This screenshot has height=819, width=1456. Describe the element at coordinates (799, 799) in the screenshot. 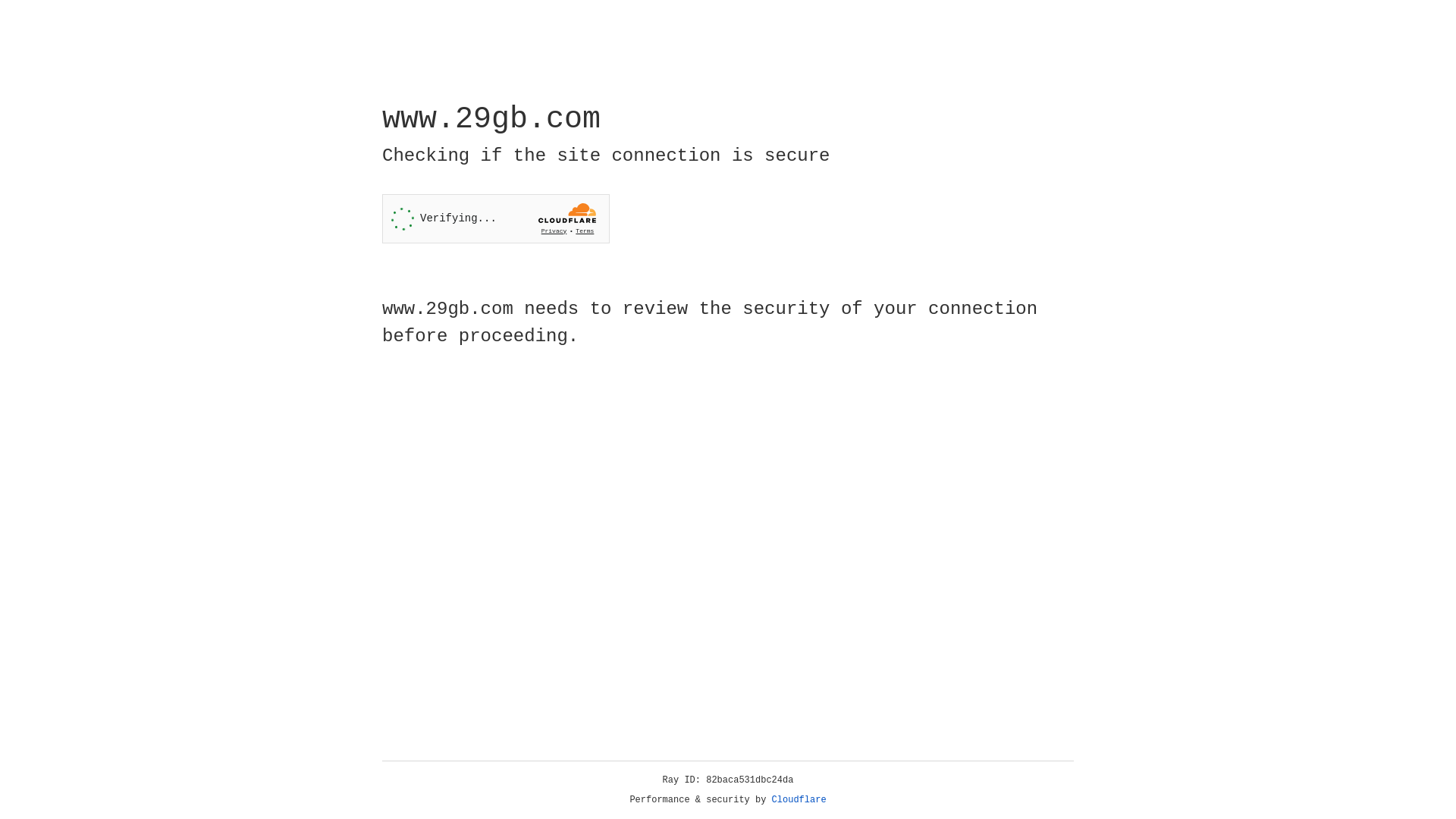

I see `'Cloudflare'` at that location.